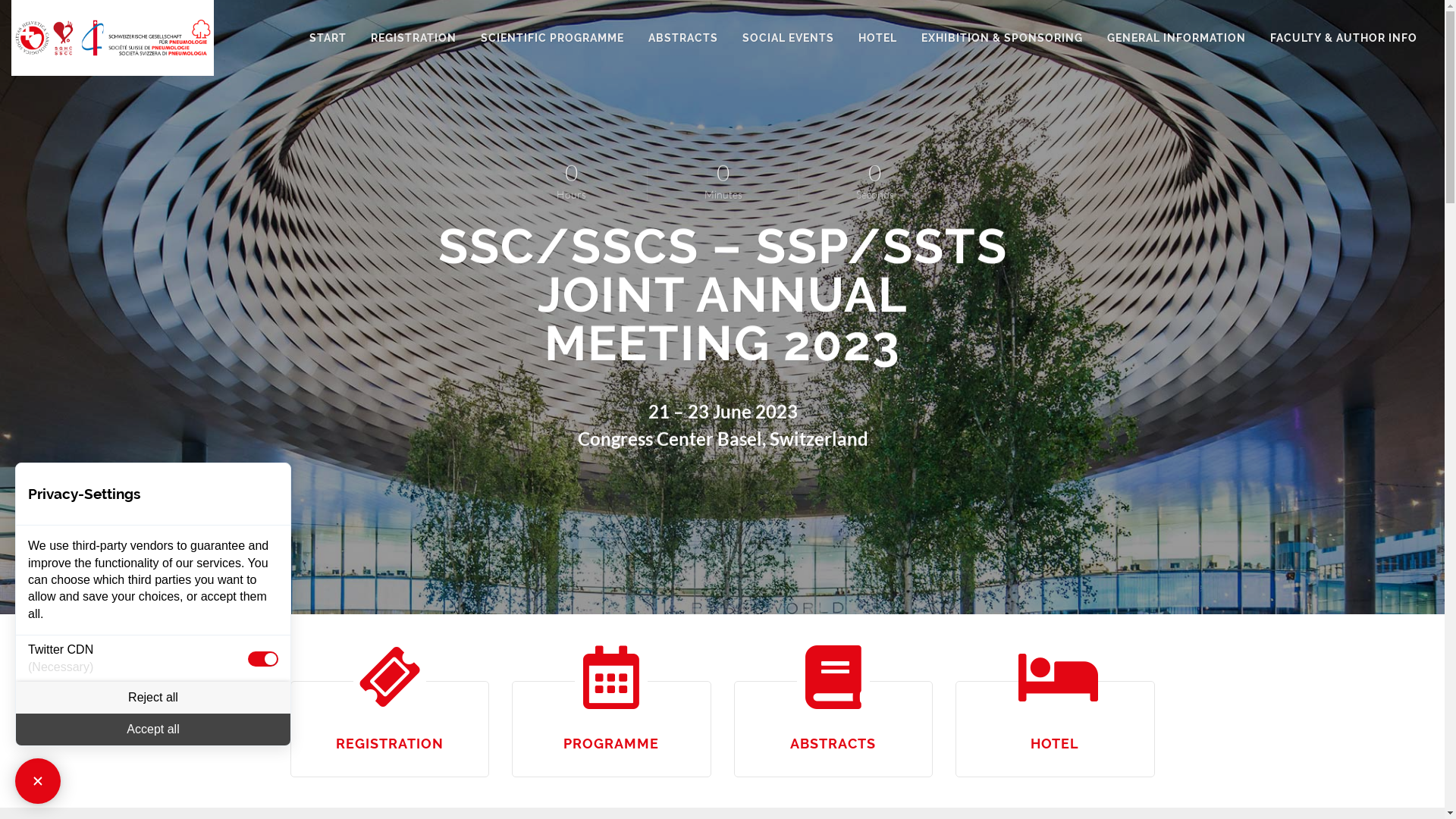 This screenshot has height=819, width=1456. I want to click on 'ABSTRACTS', so click(682, 37).